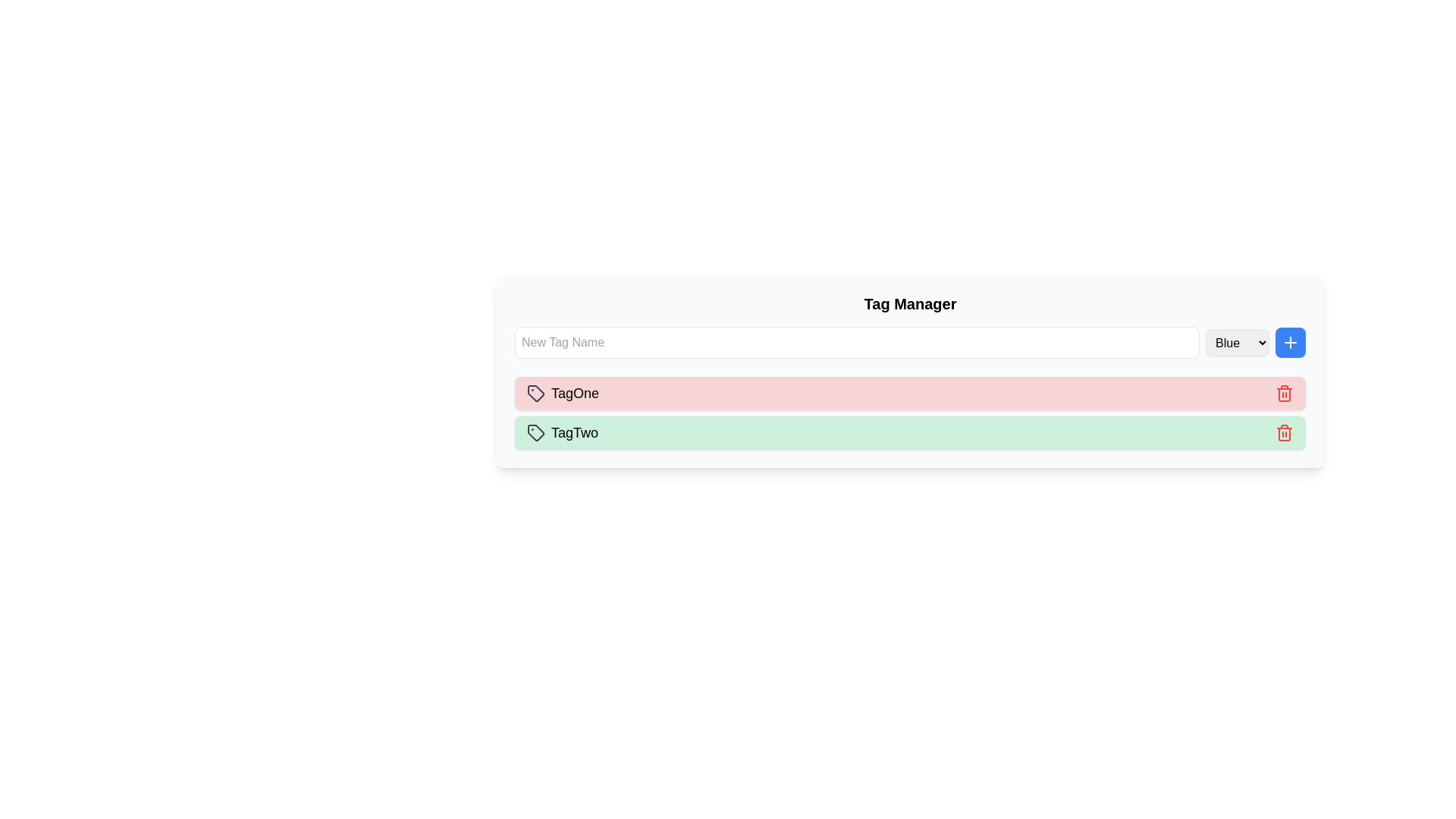  Describe the element at coordinates (910, 432) in the screenshot. I see `the second list item` at that location.